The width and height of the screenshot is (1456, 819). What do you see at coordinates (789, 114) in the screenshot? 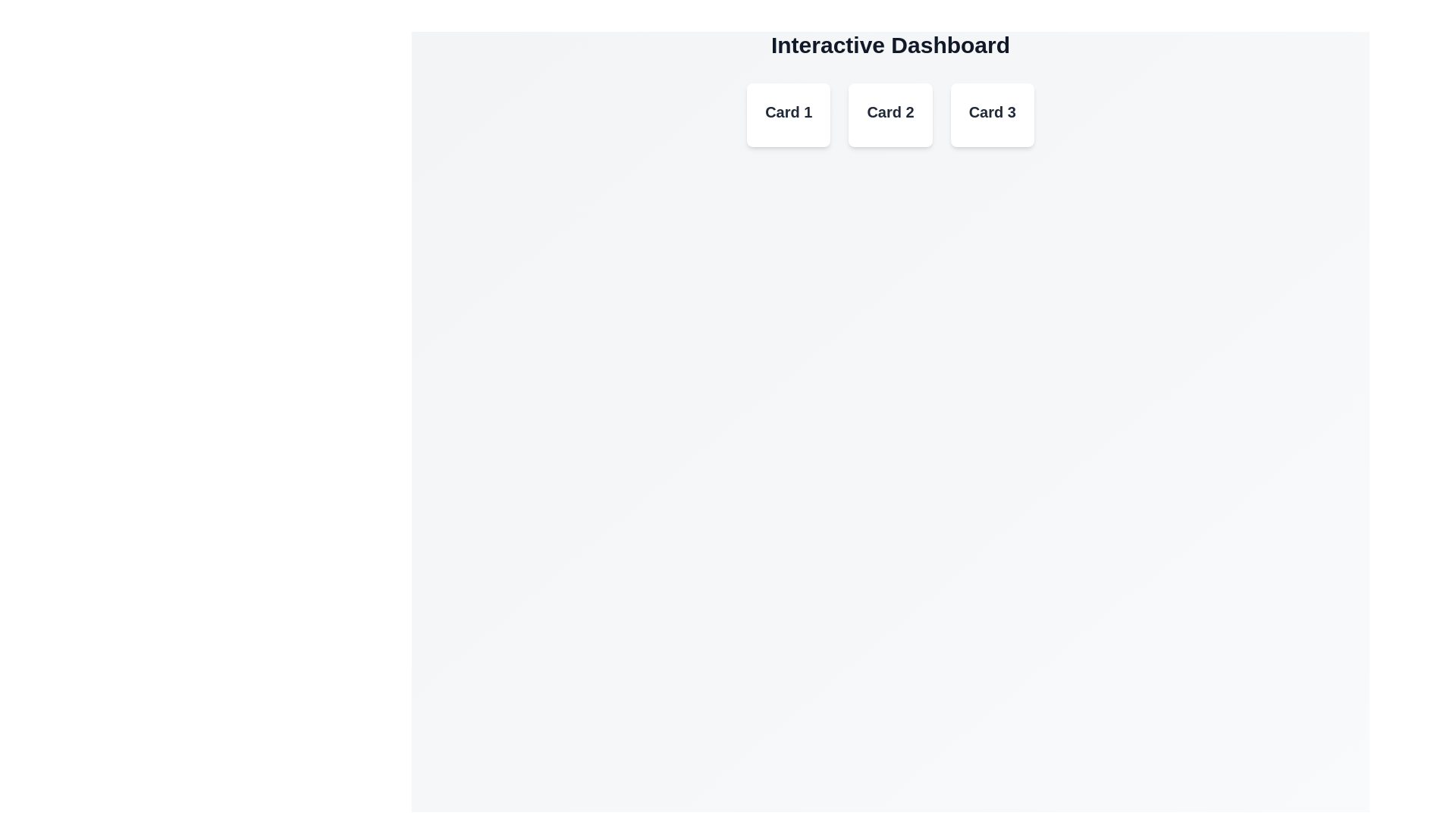
I see `the first card button in the dashboard` at bounding box center [789, 114].